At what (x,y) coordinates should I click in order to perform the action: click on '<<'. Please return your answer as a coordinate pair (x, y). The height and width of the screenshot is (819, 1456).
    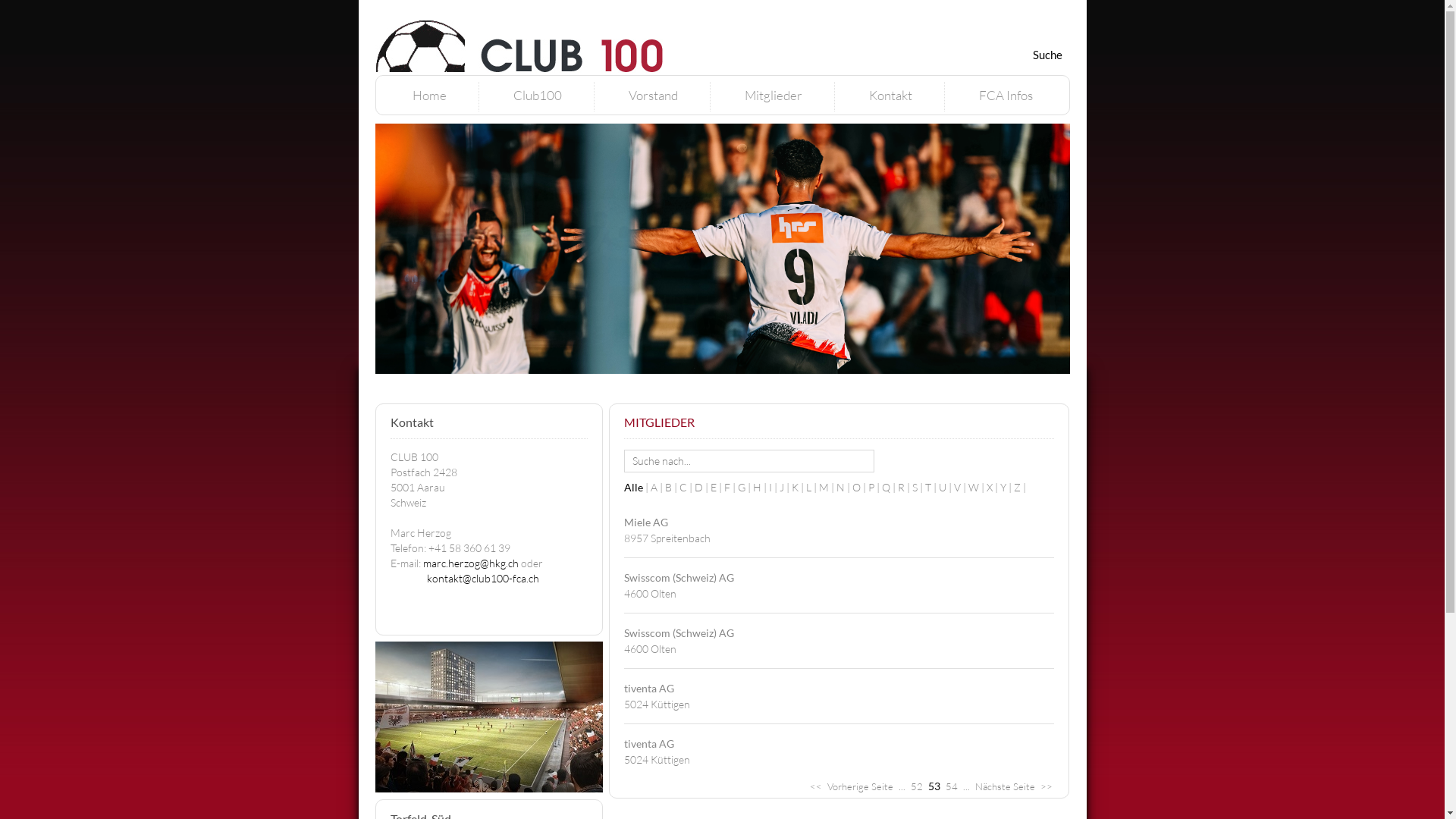
    Looking at the image, I should click on (814, 786).